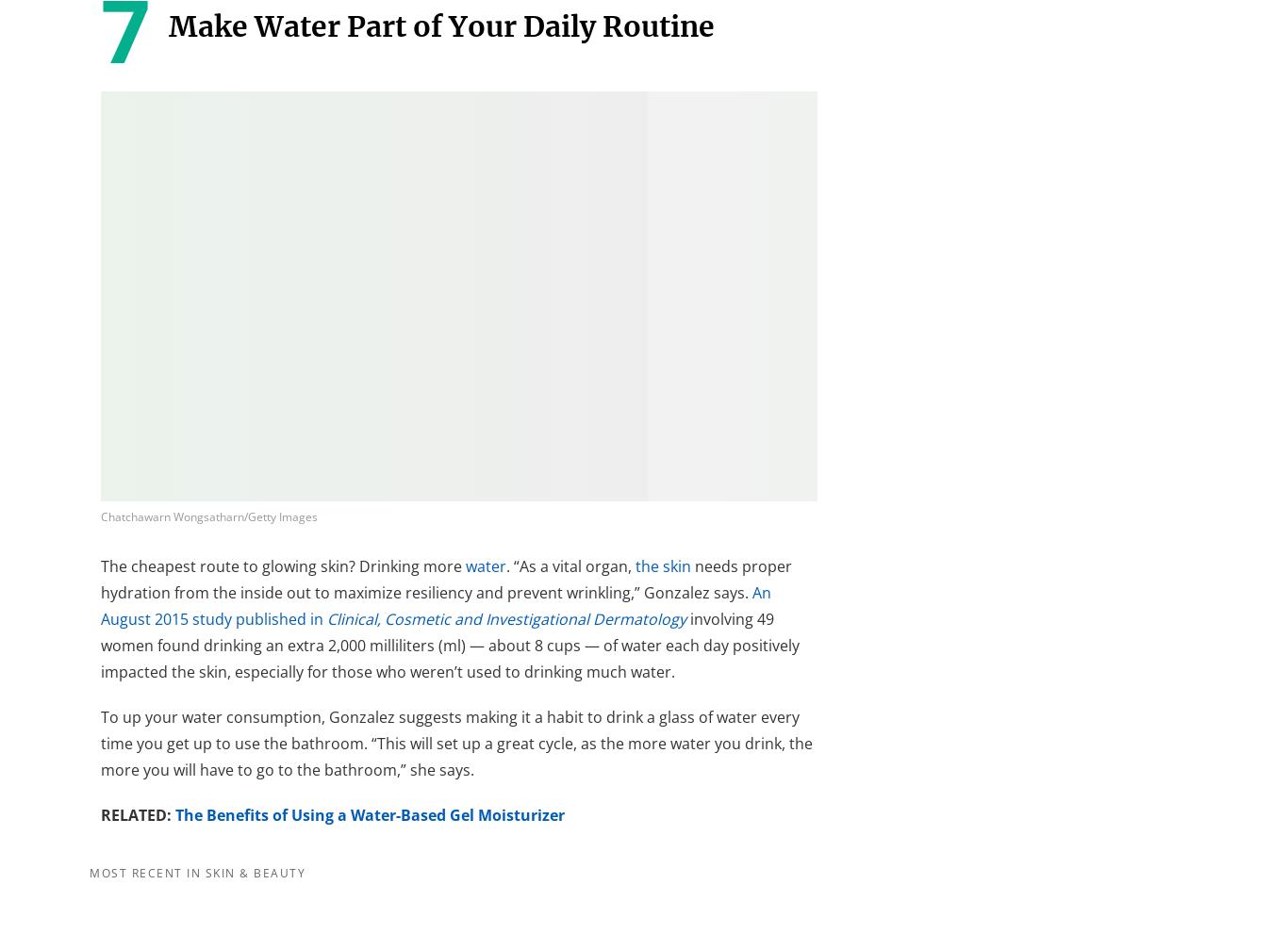  I want to click on 'Clinical, Cosmetic and Investigational Dermatology', so click(506, 618).